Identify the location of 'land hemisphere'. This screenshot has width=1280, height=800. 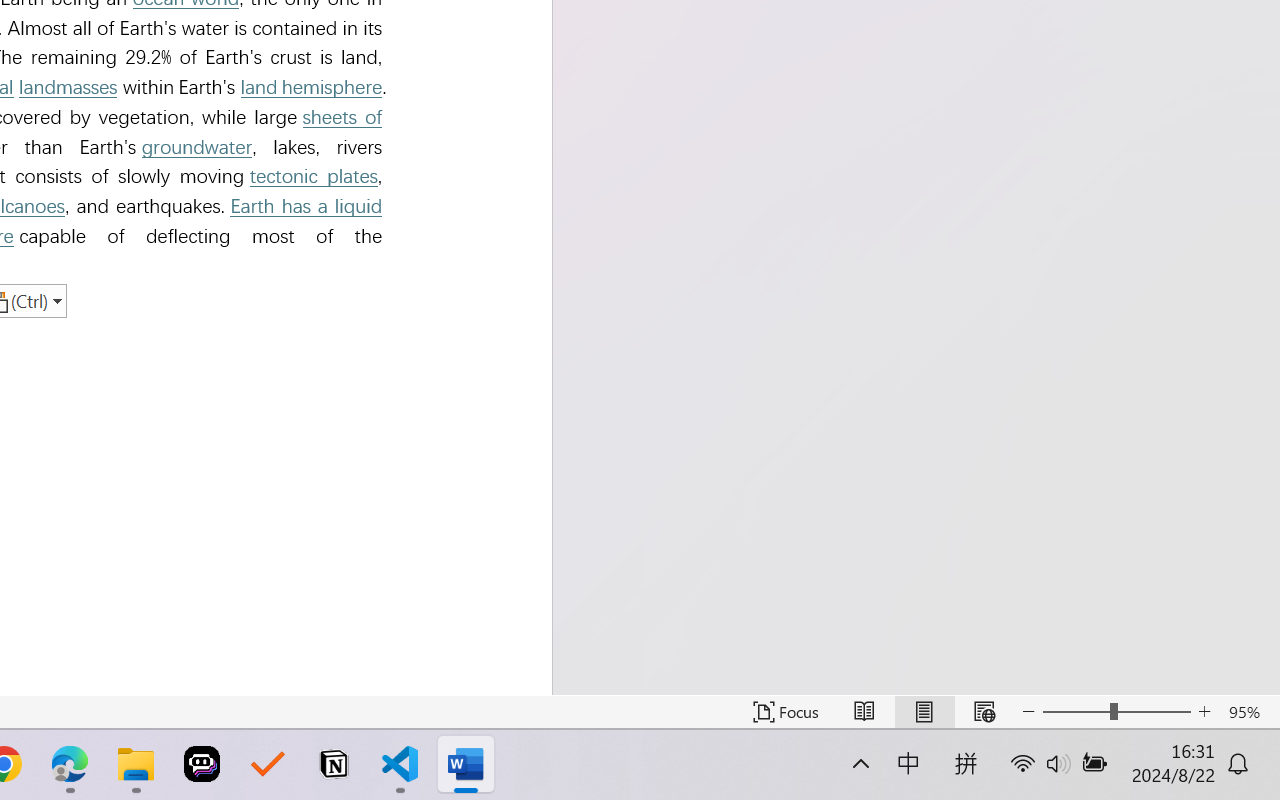
(310, 87).